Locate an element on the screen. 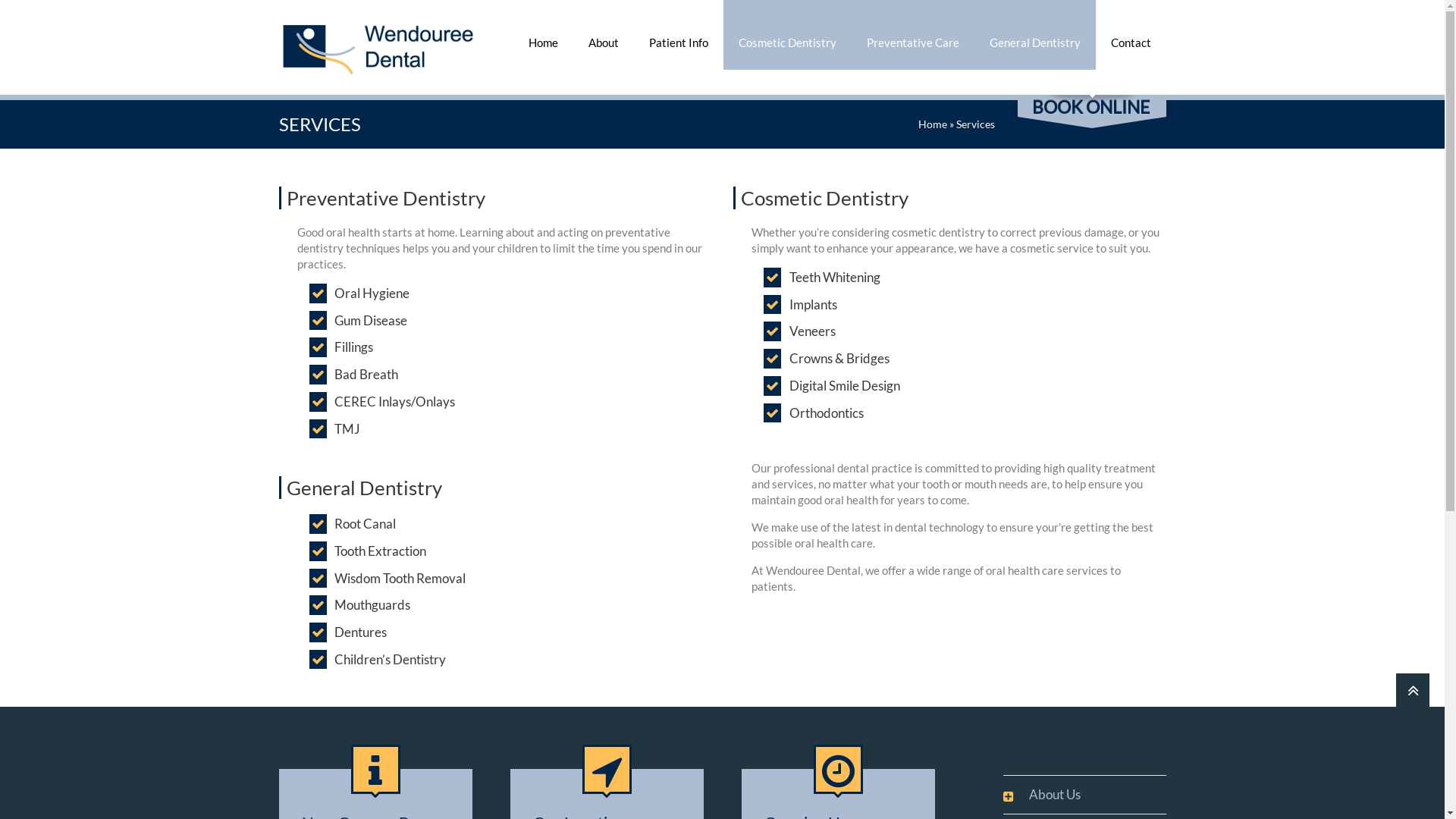 The width and height of the screenshot is (1456, 819). 'Mouthguards' is located at coordinates (334, 604).